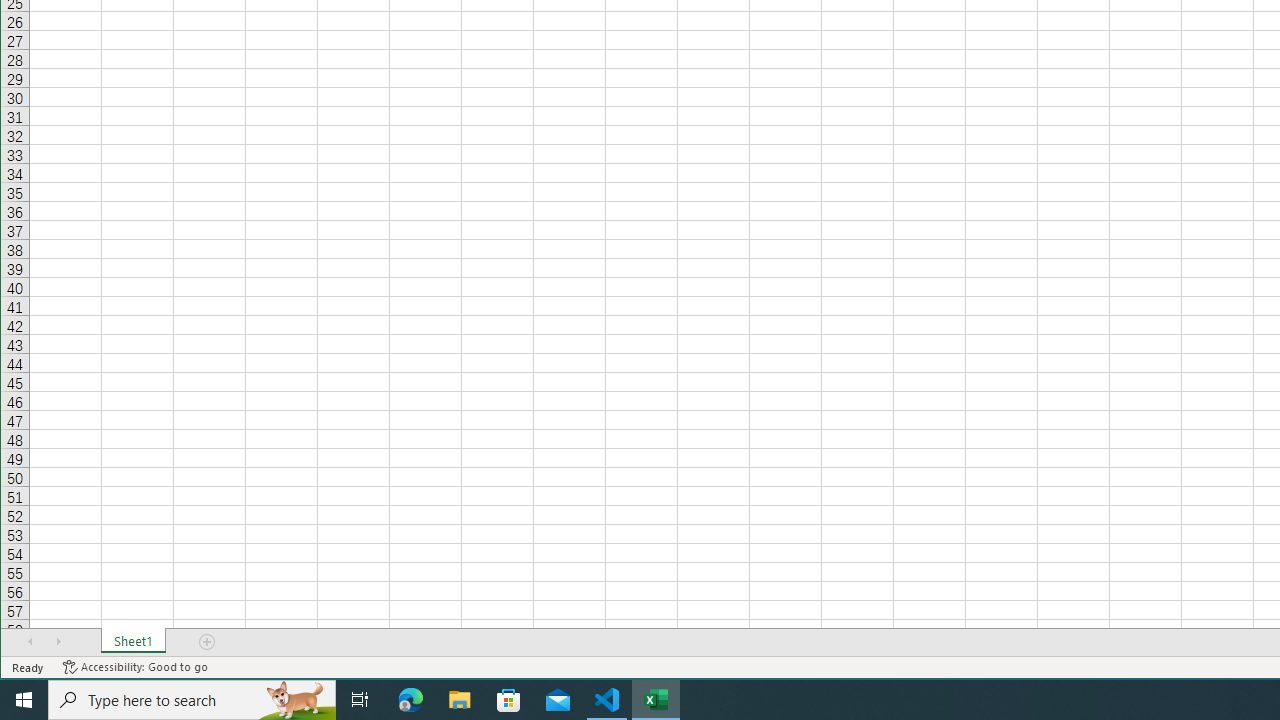  I want to click on 'Excel - 1 running window', so click(656, 698).